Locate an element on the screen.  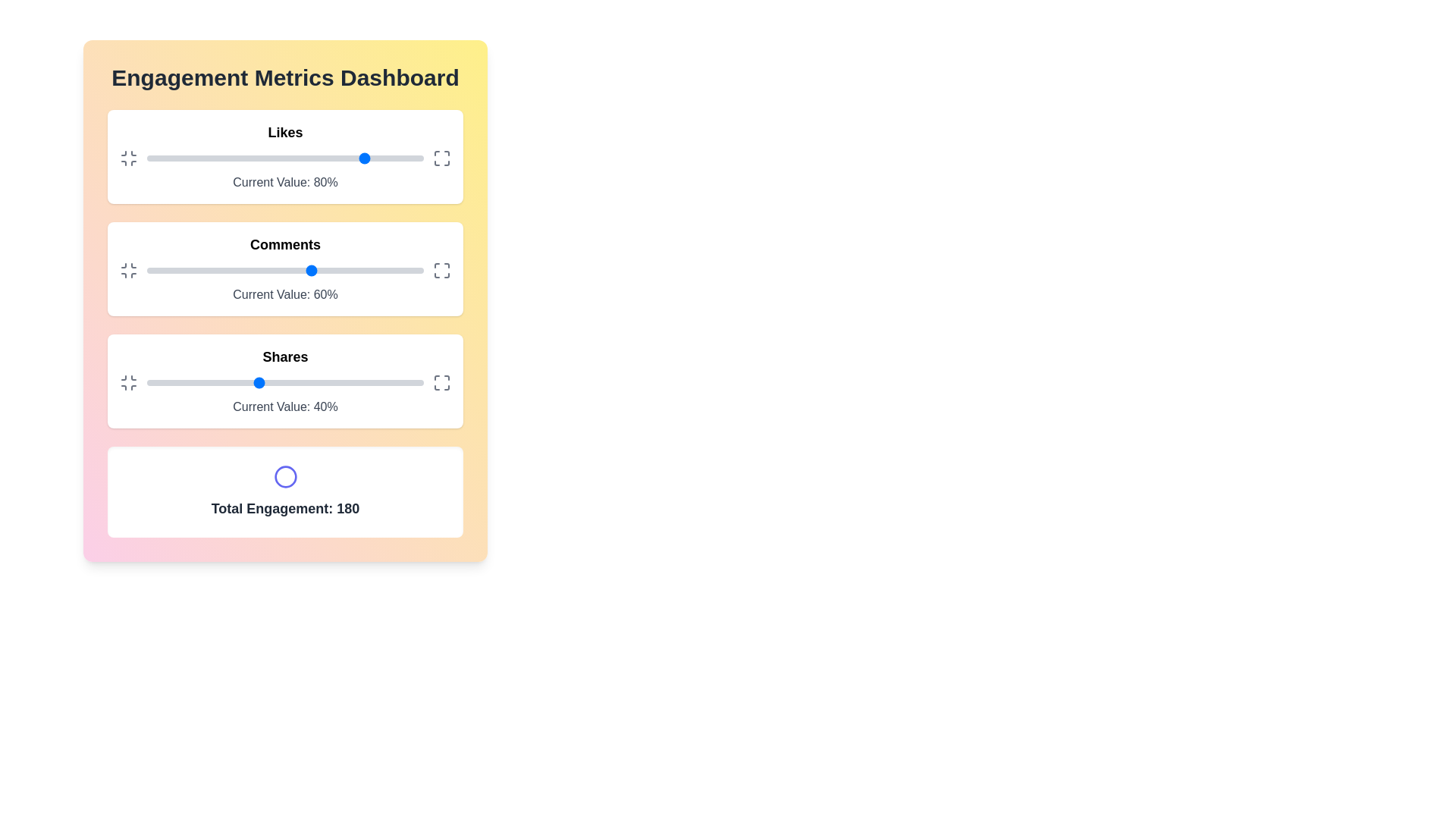
the displayed content of the Information Card that shows the total engagement metric, positioned below the Shares card in the Engagement Metrics Dashboard is located at coordinates (285, 491).